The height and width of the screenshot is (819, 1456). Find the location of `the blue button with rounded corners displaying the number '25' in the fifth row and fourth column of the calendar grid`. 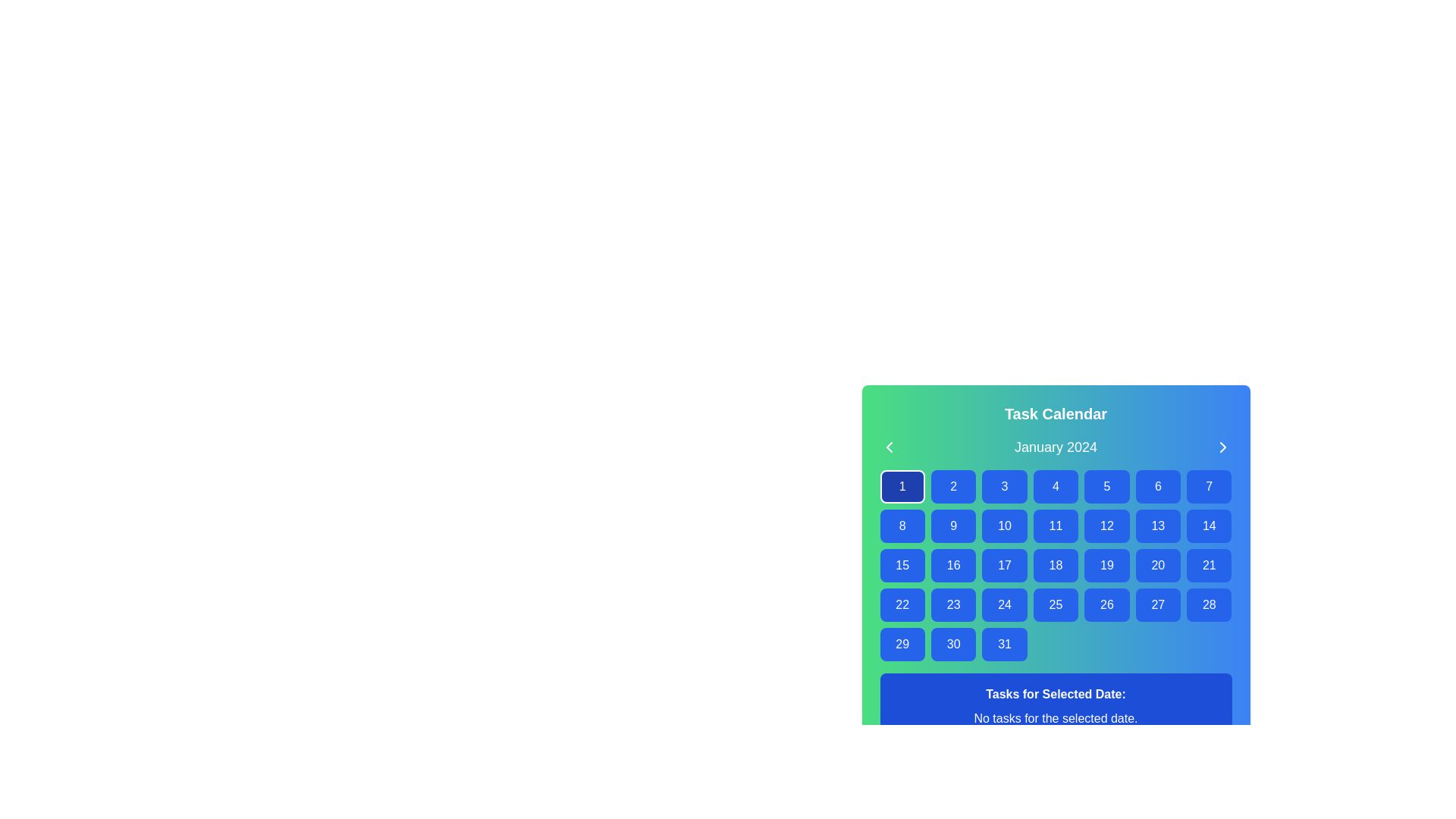

the blue button with rounded corners displaying the number '25' in the fifth row and fourth column of the calendar grid is located at coordinates (1055, 604).